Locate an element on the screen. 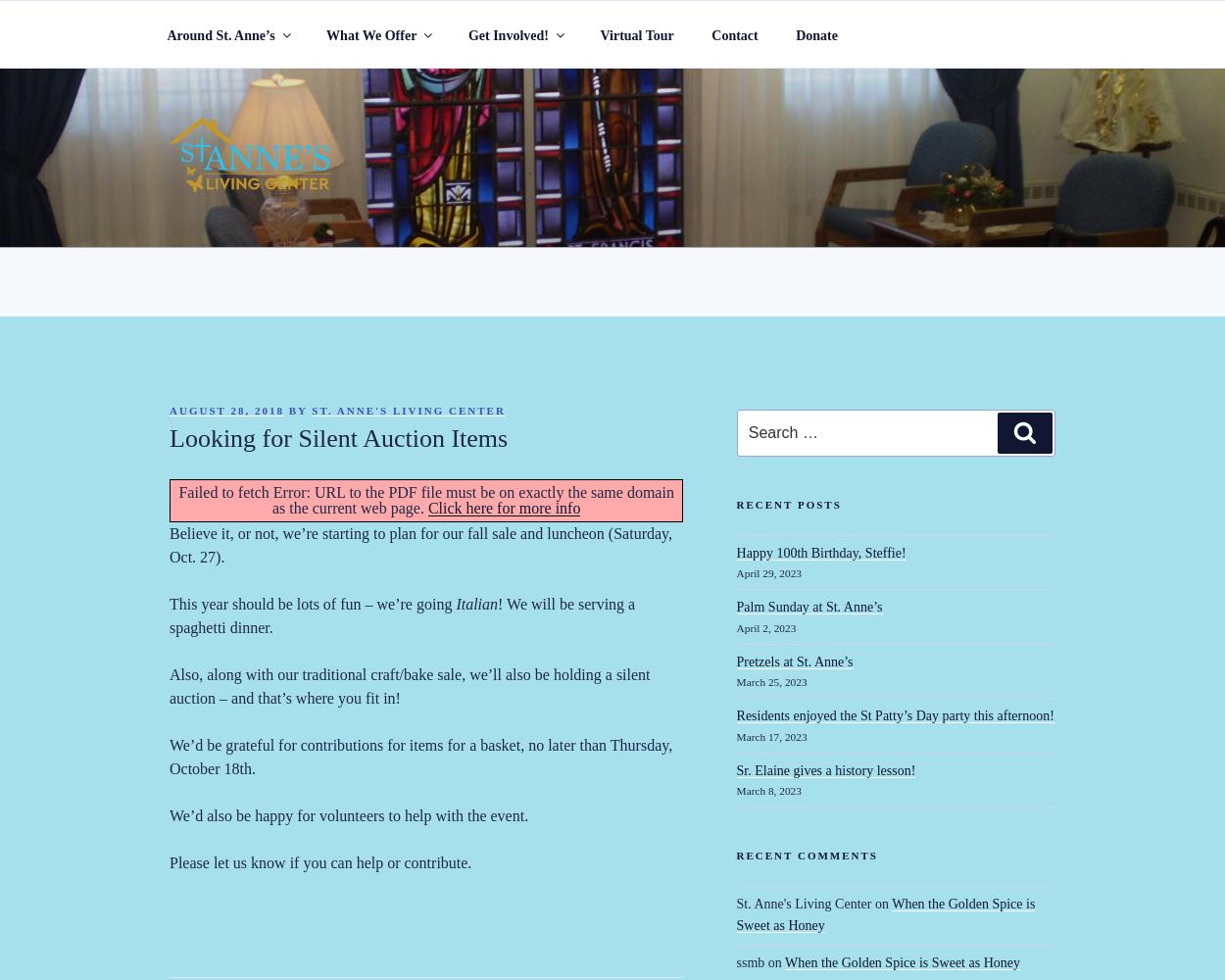 The height and width of the screenshot is (980, 1225). 'We’d also be happy for volunteers to help with the event.' is located at coordinates (348, 814).